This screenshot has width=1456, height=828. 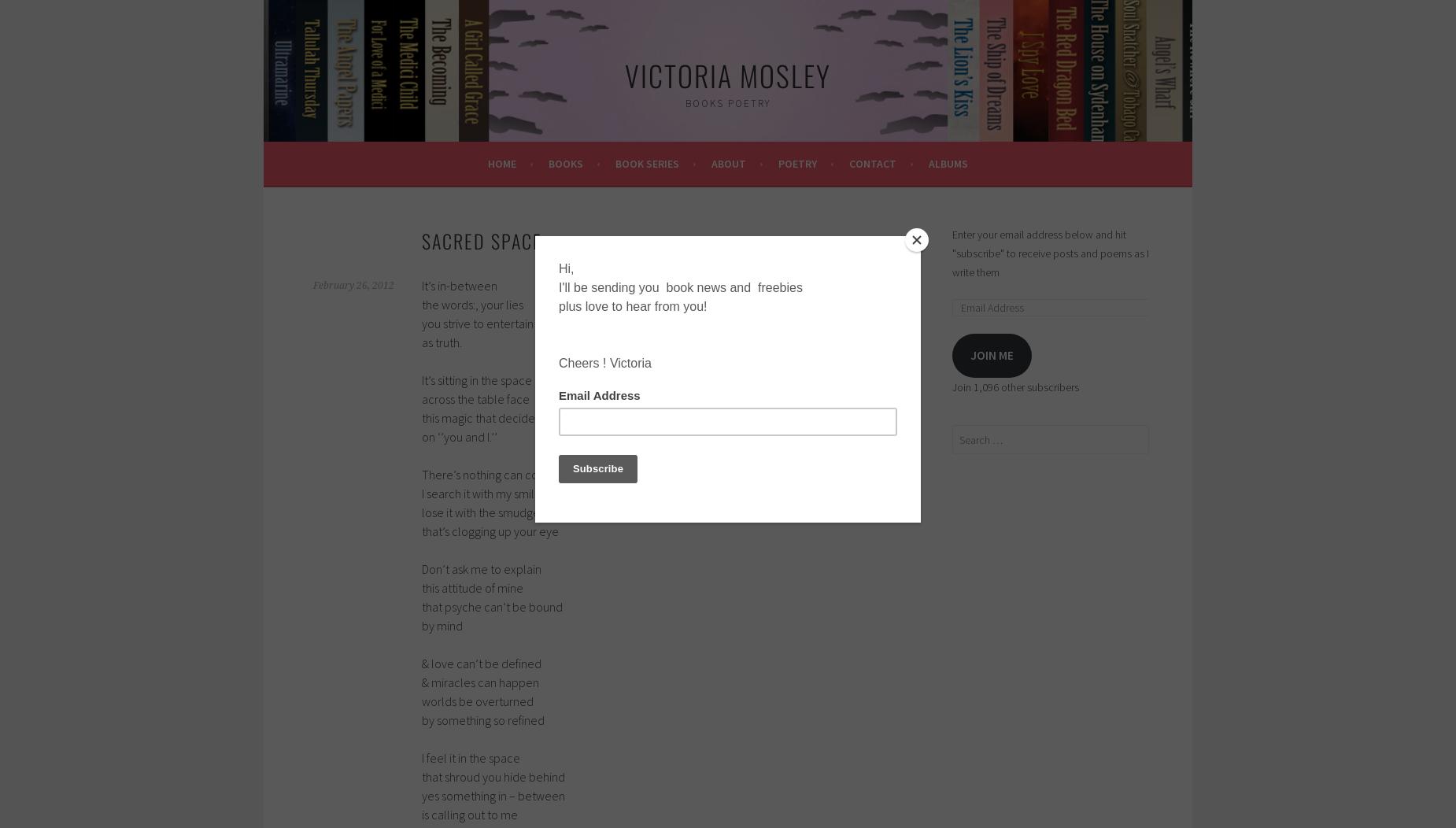 What do you see at coordinates (469, 813) in the screenshot?
I see `'is calling out to me'` at bounding box center [469, 813].